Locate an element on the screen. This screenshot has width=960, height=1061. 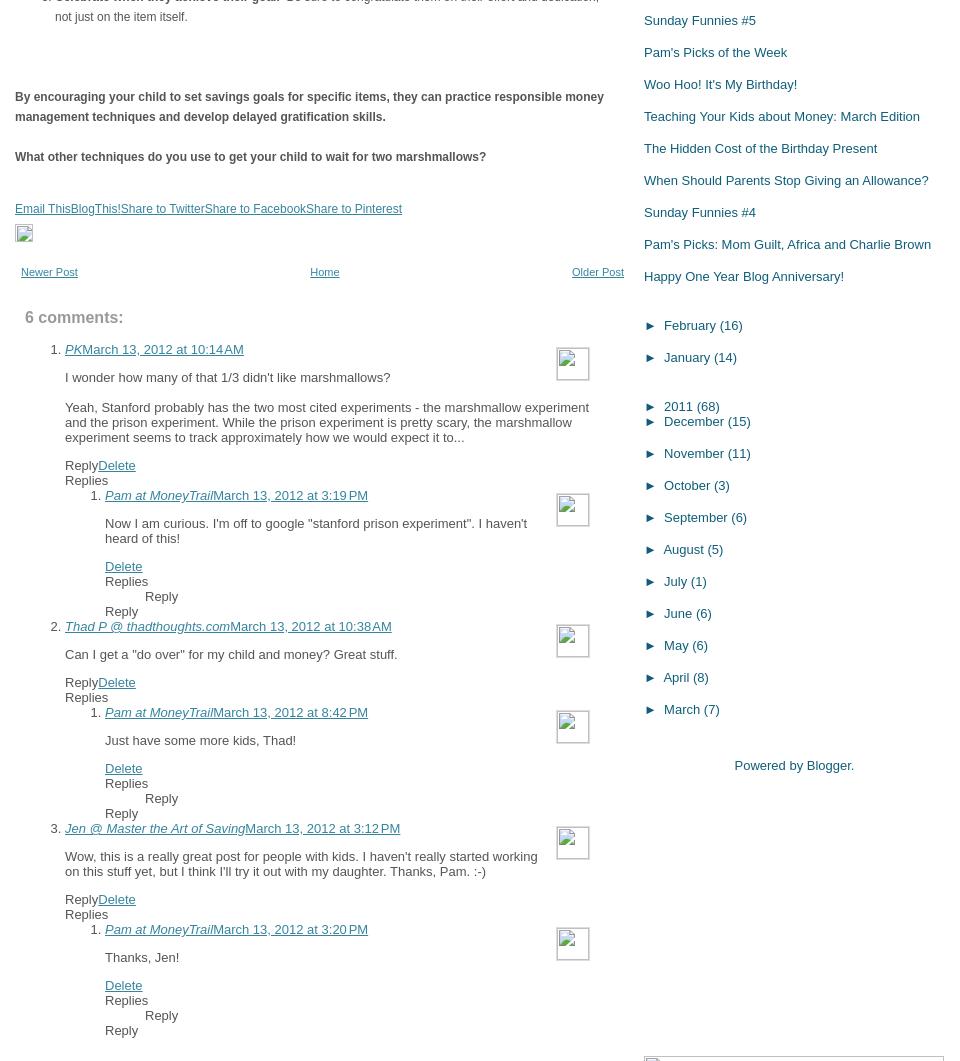
'Older Post' is located at coordinates (597, 271).